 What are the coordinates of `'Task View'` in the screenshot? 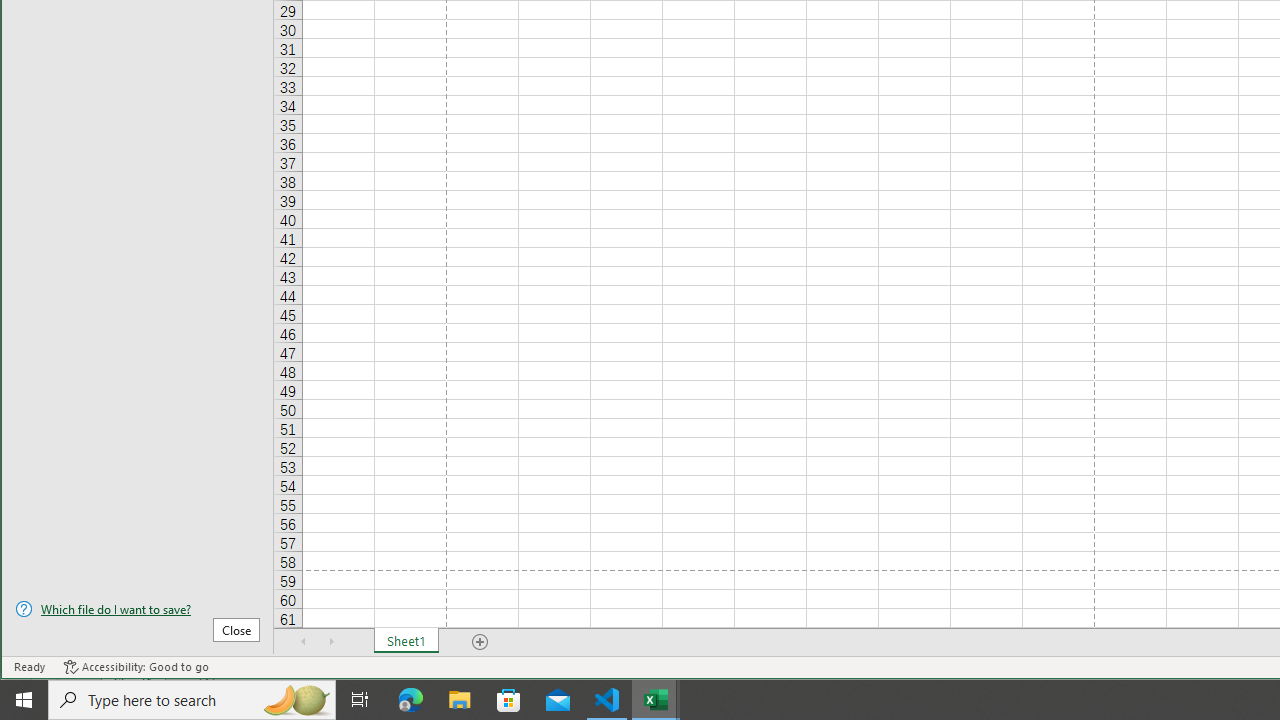 It's located at (359, 698).